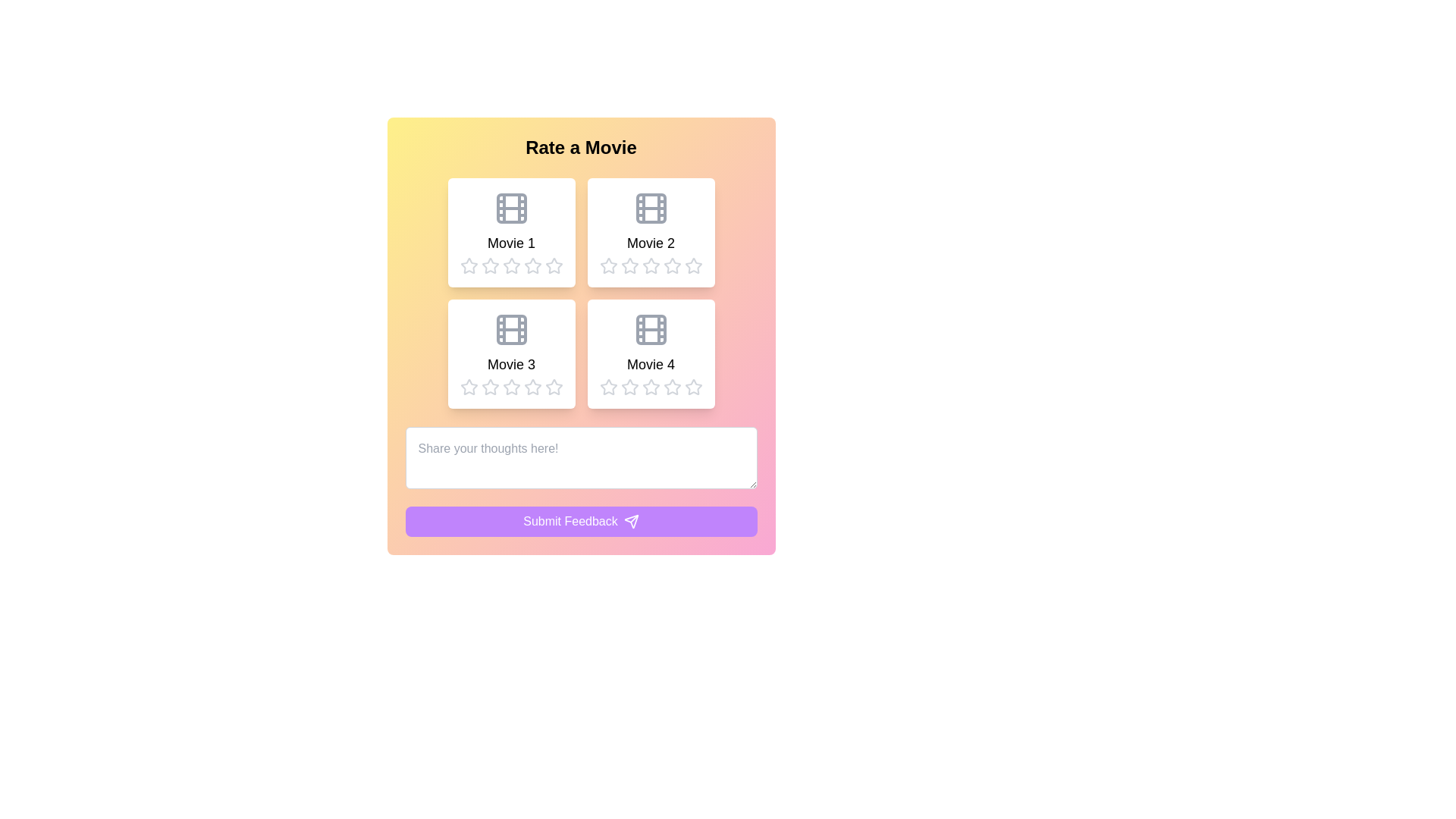 The width and height of the screenshot is (1456, 819). I want to click on the first star-shaped rating icon under the 'Movie 2' title, which has a gray border and is filled with white, indicating the leftmost star in the group of five, so click(608, 265).